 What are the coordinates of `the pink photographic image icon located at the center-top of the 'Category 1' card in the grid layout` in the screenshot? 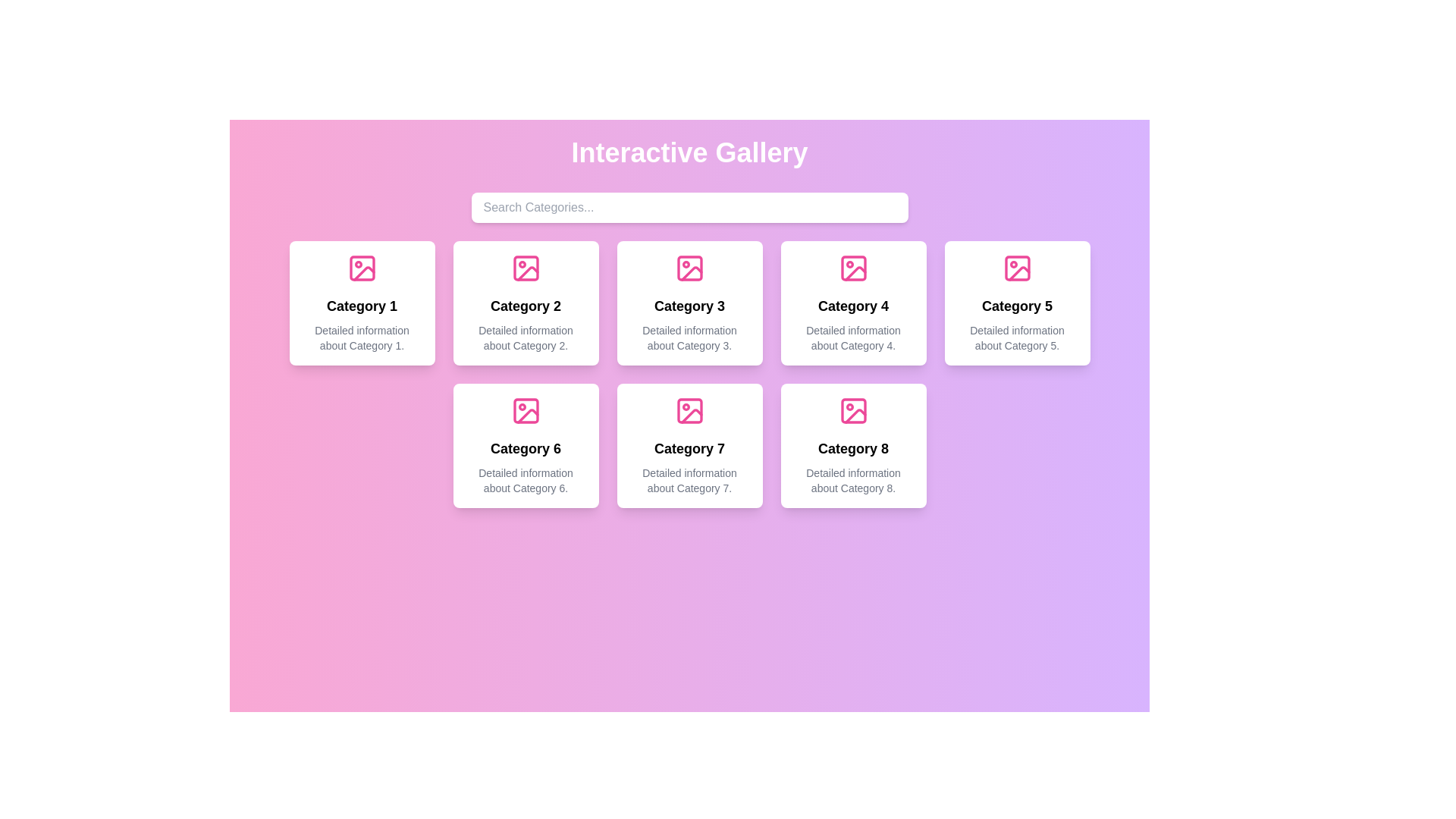 It's located at (361, 268).